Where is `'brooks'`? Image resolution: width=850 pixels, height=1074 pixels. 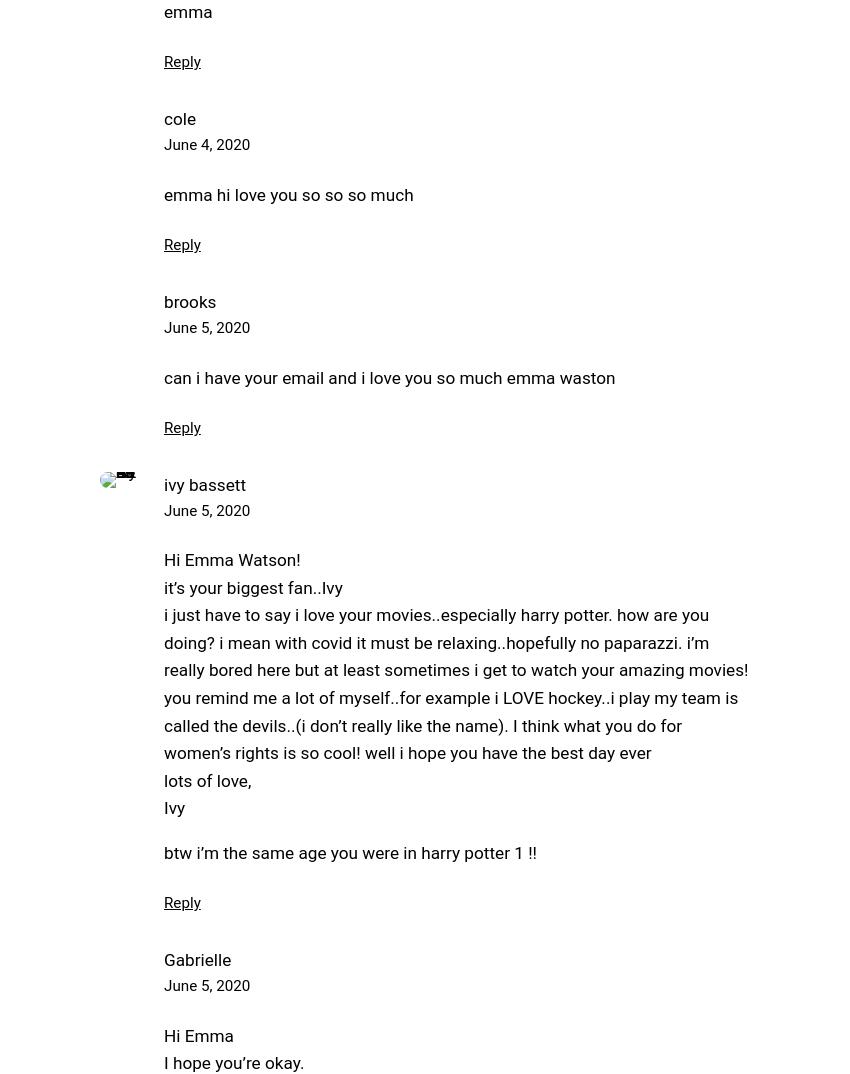 'brooks' is located at coordinates (188, 301).